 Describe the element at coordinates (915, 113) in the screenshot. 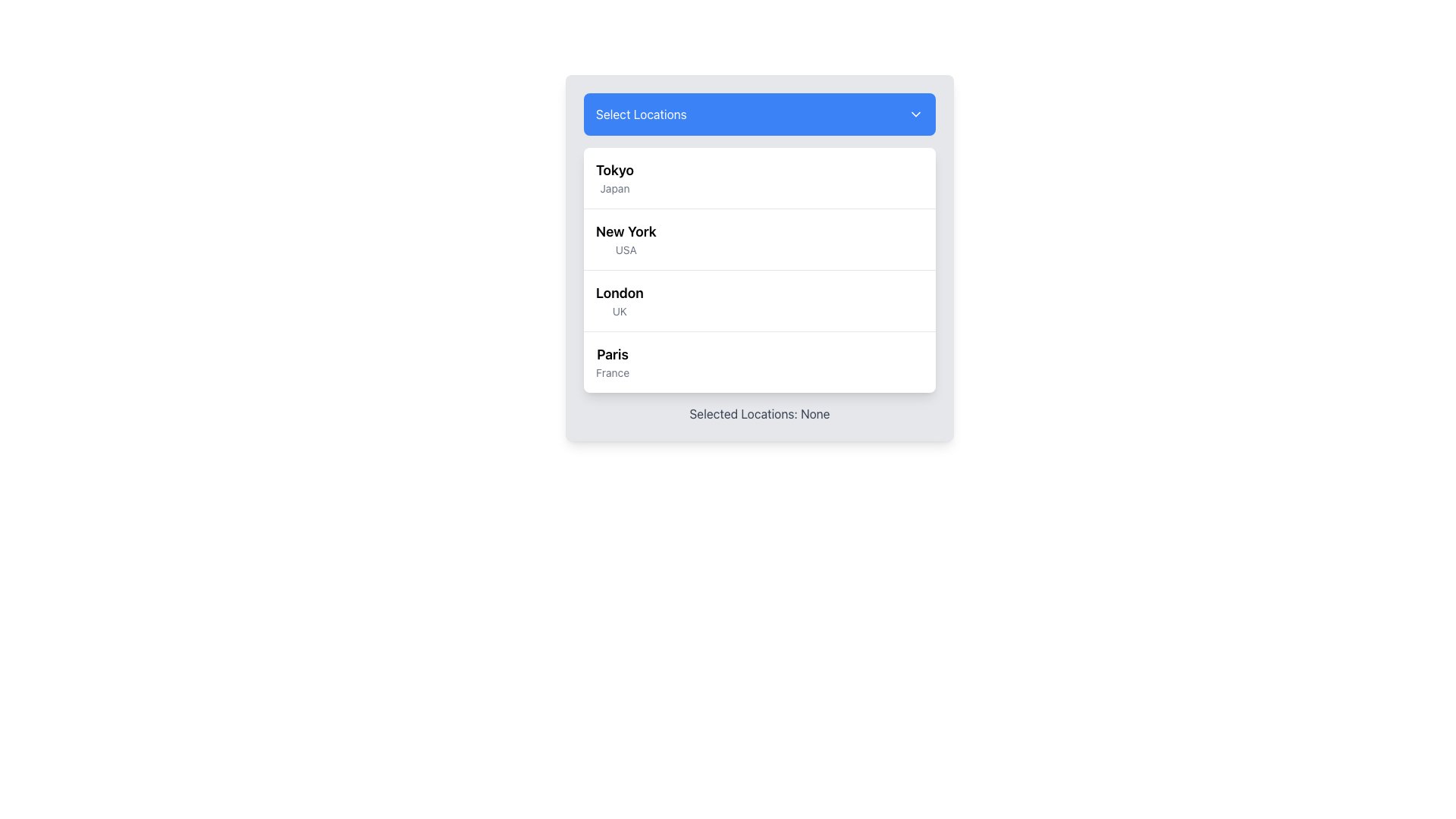

I see `the downward-pointing chevron icon located in the top-right corner of the blue bar labeled 'Select Locations'` at that location.